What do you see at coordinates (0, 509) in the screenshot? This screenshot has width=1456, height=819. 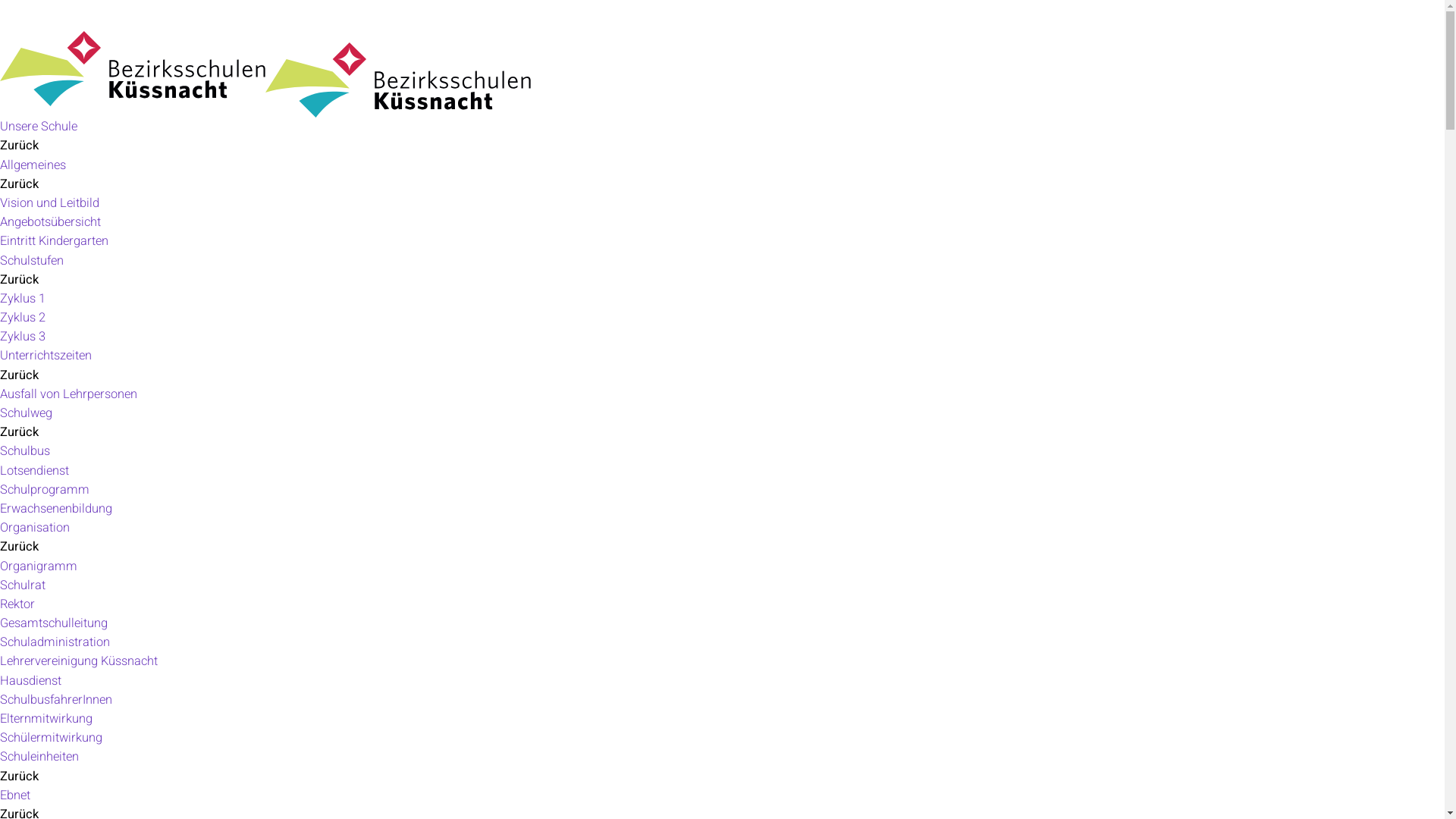 I see `'Erwachsenenbildung'` at bounding box center [0, 509].